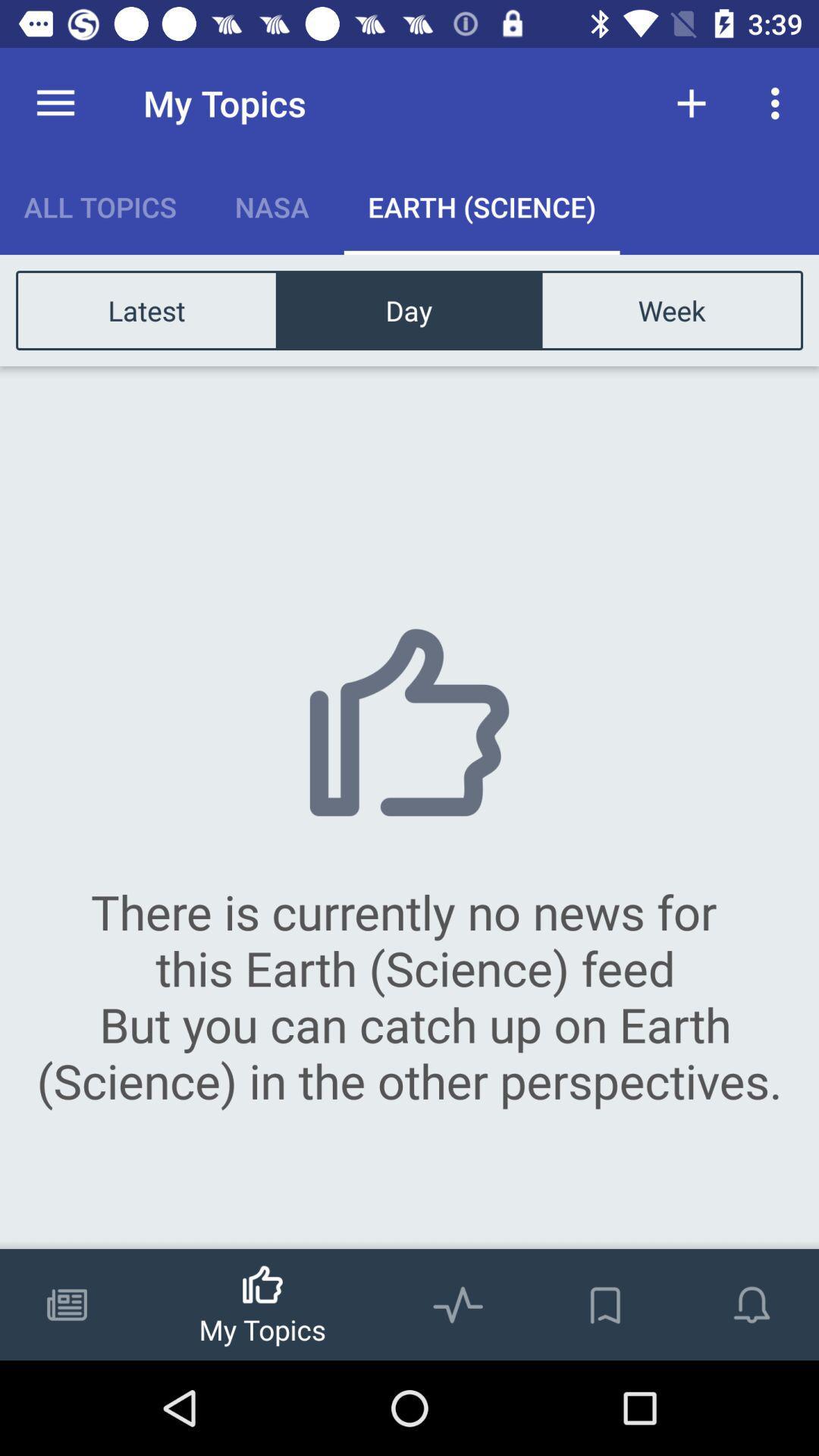 This screenshot has width=819, height=1456. I want to click on the day item, so click(408, 309).